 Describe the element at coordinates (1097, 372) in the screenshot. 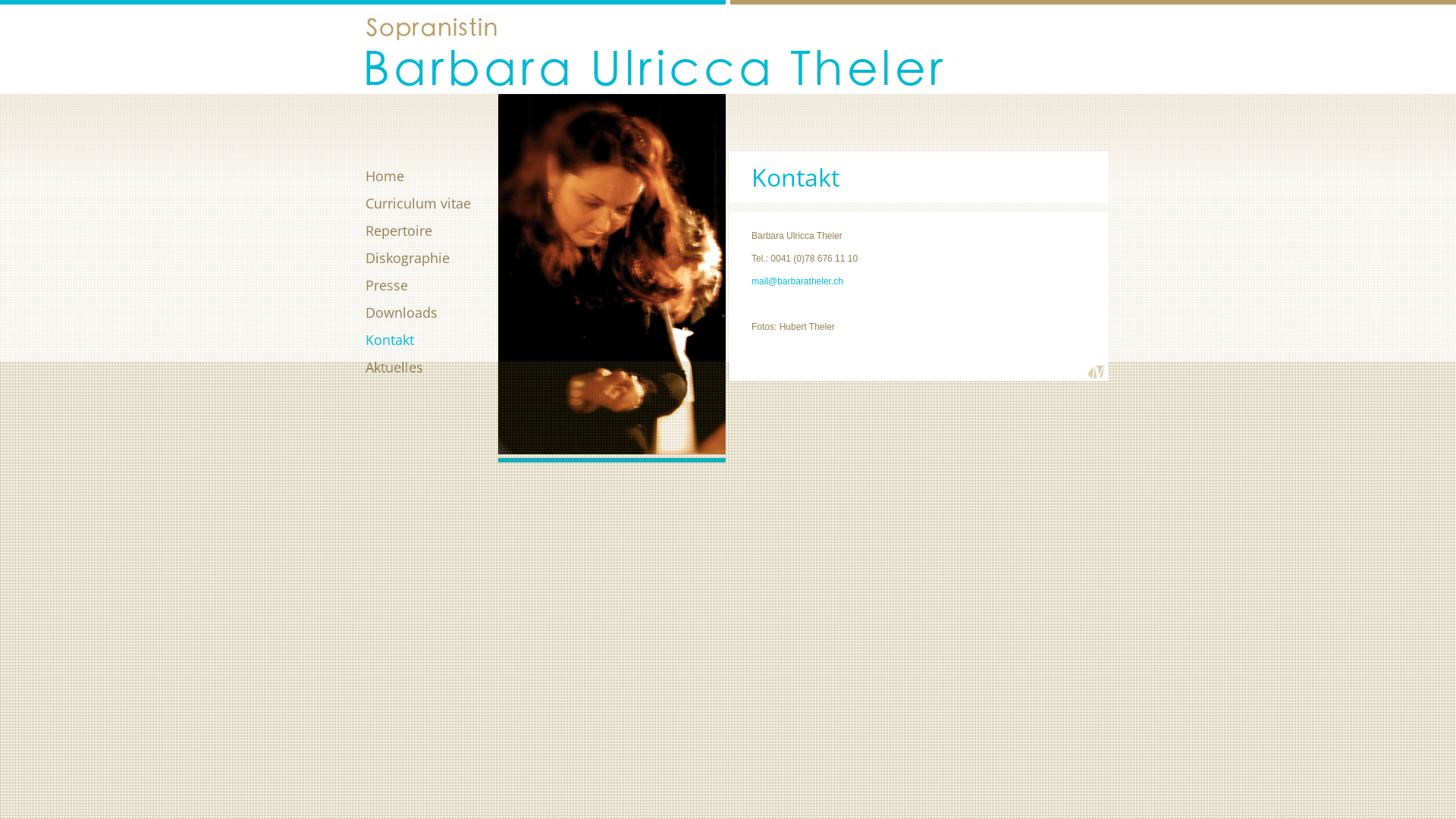

I see `'Joomla Internetagentur Masterhomepage GmbH'` at that location.